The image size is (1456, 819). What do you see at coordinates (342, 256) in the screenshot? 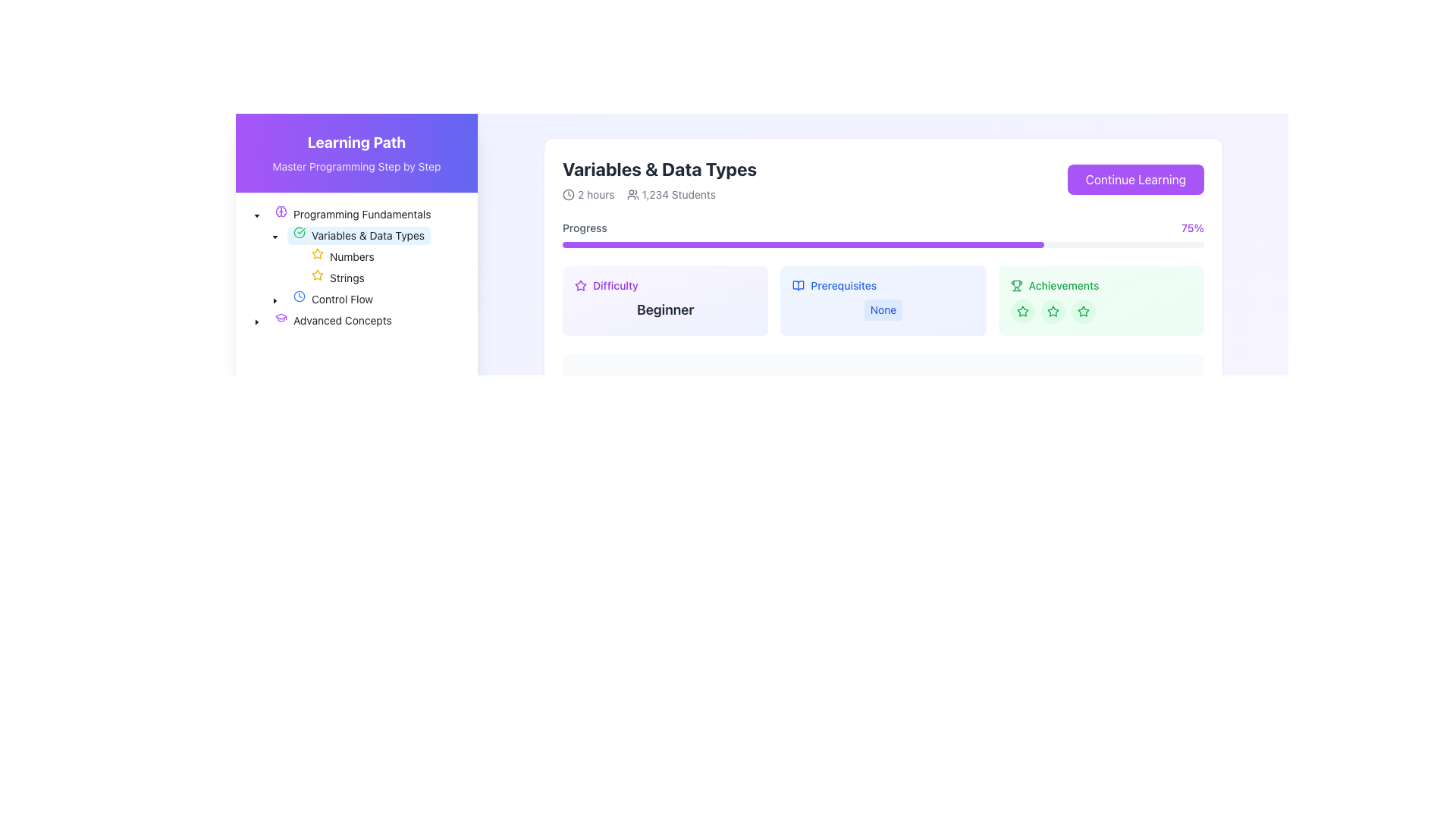
I see `the clickable text label with an icon for navigating to the 'Numbers' section` at bounding box center [342, 256].